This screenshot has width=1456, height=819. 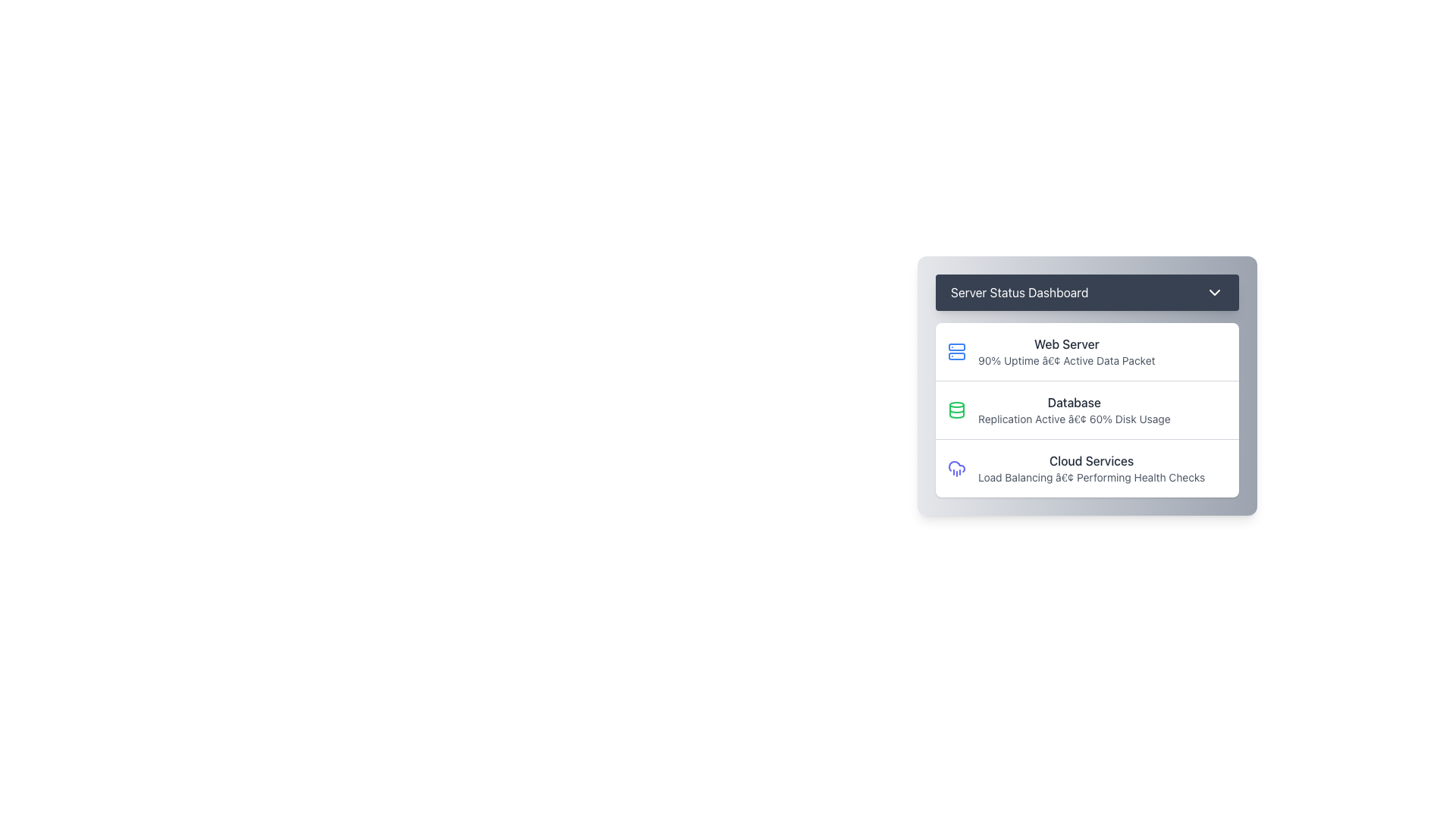 What do you see at coordinates (1087, 351) in the screenshot?
I see `text contained in the Information Card, which displays the status of the web server, including uptime percentage and activity status` at bounding box center [1087, 351].